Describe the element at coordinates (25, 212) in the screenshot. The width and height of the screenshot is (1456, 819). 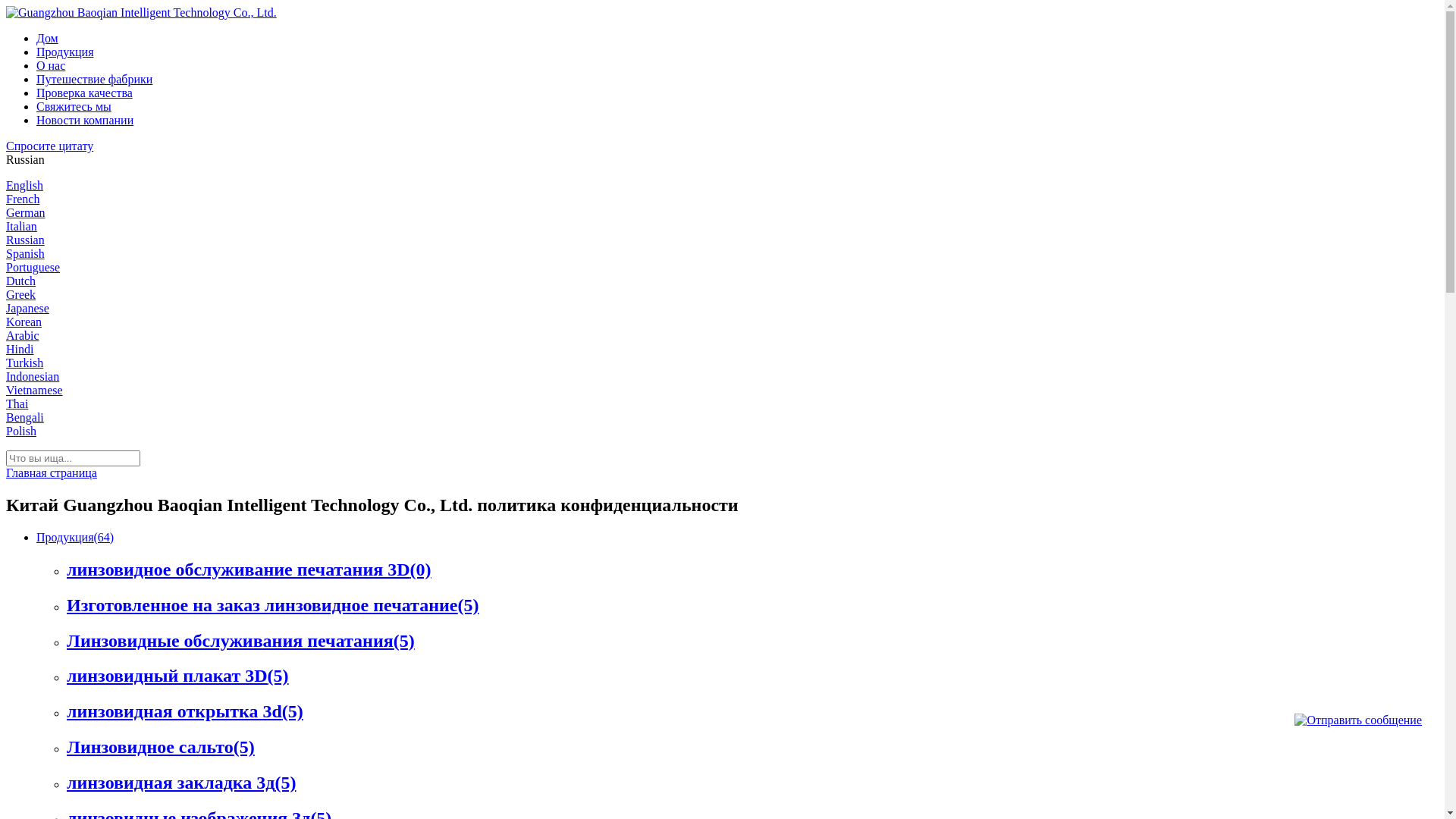
I see `'German'` at that location.